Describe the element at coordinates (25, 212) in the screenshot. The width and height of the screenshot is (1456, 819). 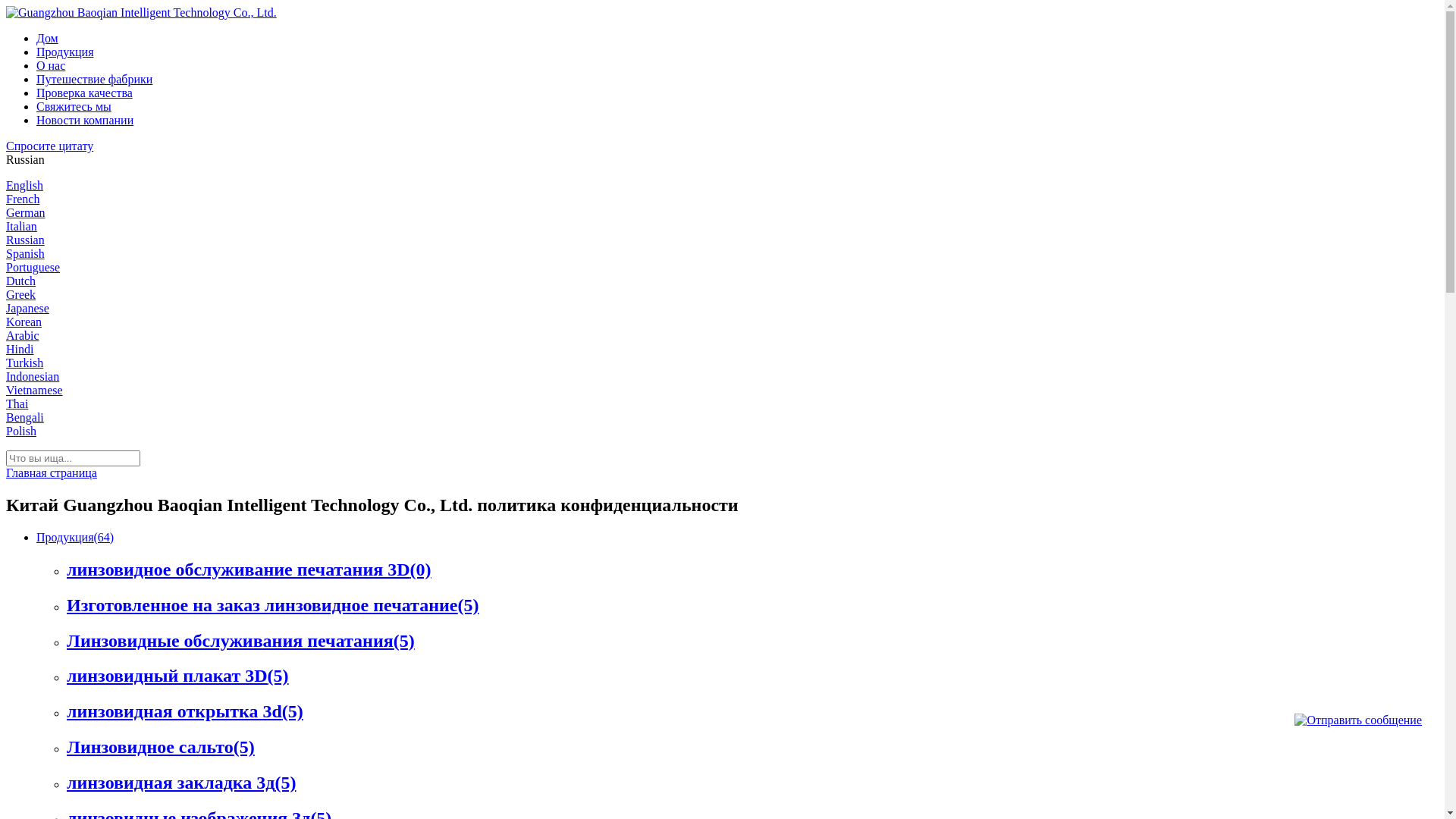
I see `'German'` at that location.